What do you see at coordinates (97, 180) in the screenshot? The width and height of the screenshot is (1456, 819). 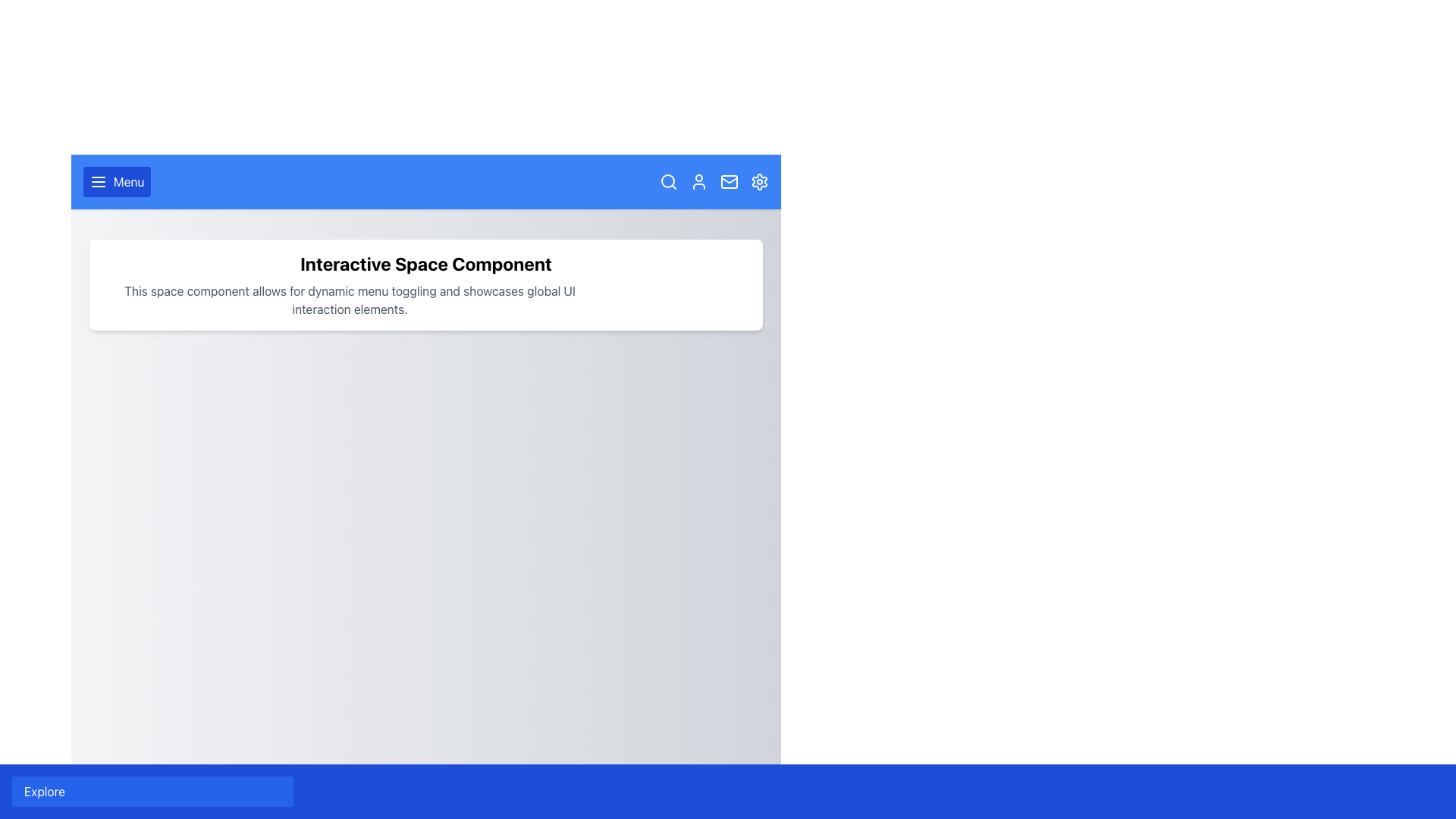 I see `the navigation menu icon, which consists of three horizontal white lines on a blue background` at bounding box center [97, 180].